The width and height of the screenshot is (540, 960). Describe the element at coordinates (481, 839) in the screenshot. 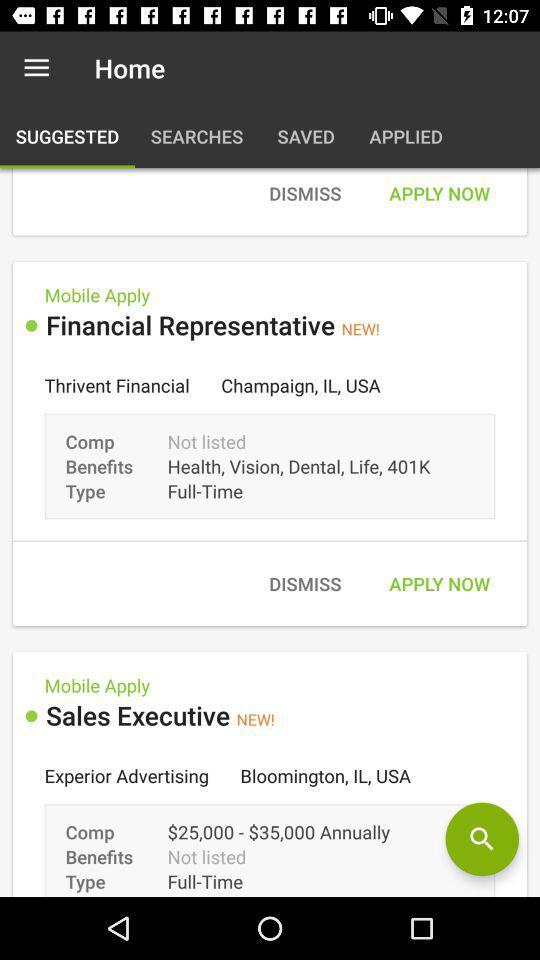

I see `icon below the apply now icon` at that location.